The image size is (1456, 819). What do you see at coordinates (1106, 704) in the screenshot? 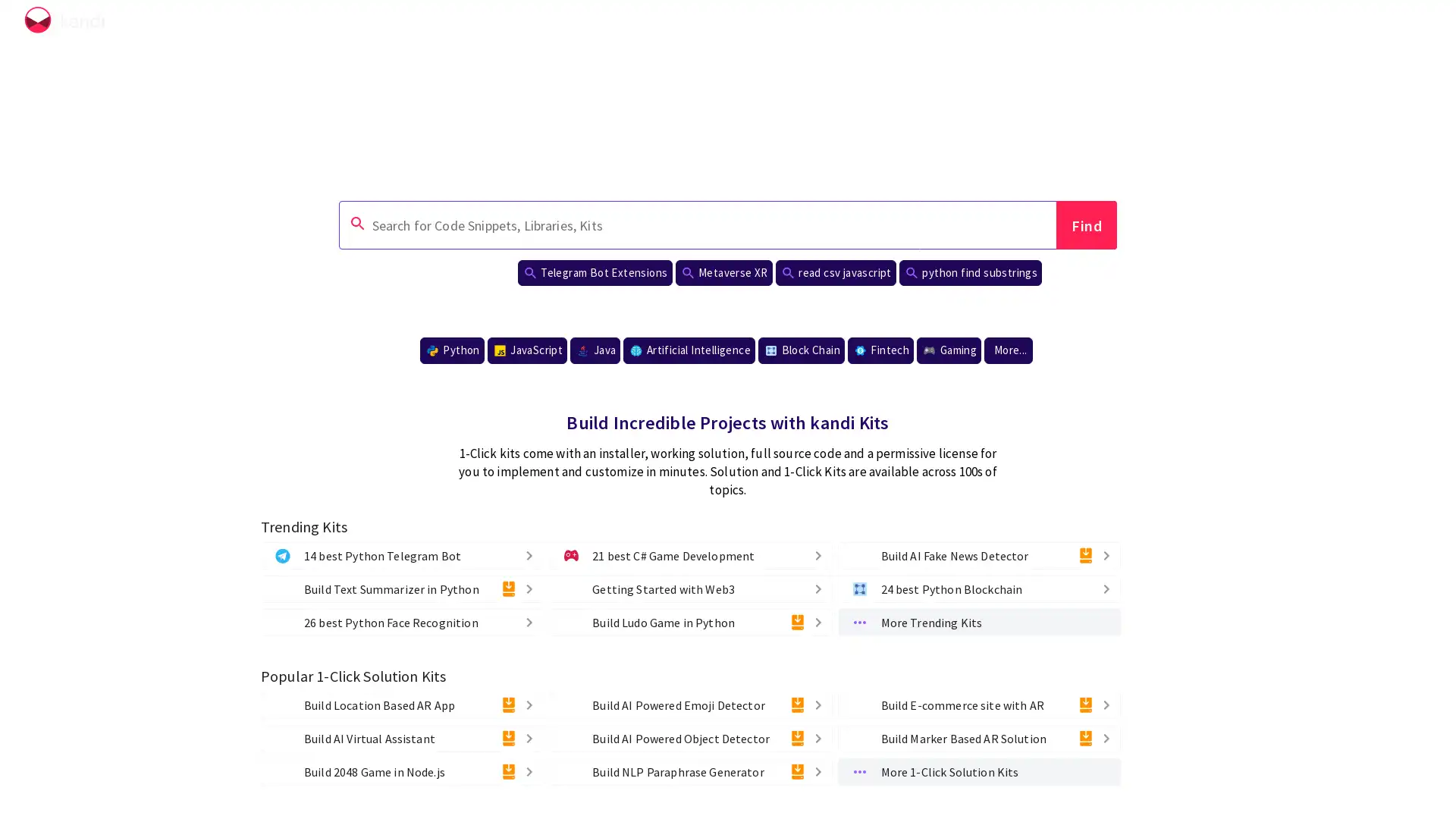
I see `delete` at bounding box center [1106, 704].